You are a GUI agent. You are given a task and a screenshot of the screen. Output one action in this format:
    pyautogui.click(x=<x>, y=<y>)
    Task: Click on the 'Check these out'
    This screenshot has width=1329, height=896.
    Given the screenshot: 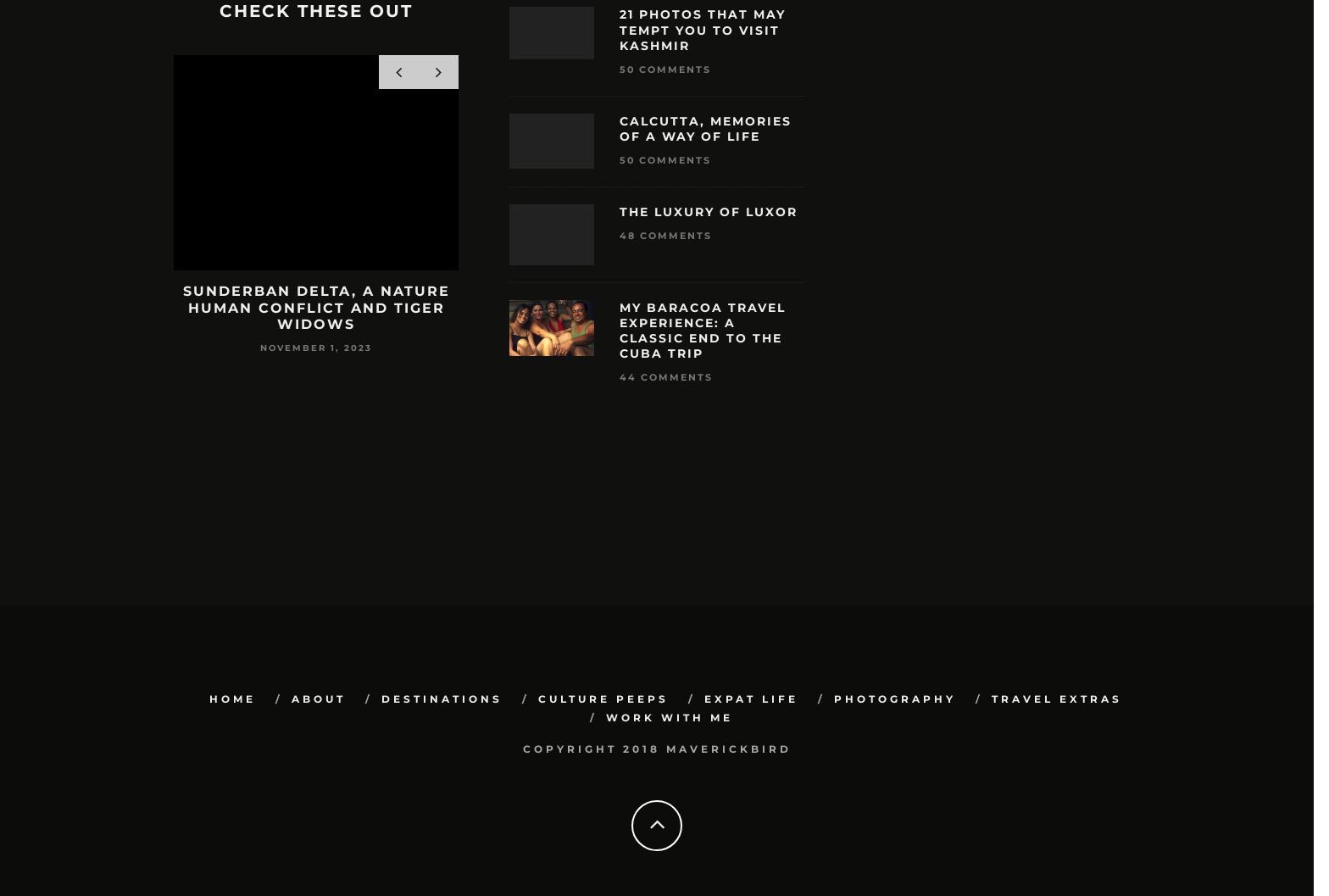 What is the action you would take?
    pyautogui.click(x=316, y=11)
    